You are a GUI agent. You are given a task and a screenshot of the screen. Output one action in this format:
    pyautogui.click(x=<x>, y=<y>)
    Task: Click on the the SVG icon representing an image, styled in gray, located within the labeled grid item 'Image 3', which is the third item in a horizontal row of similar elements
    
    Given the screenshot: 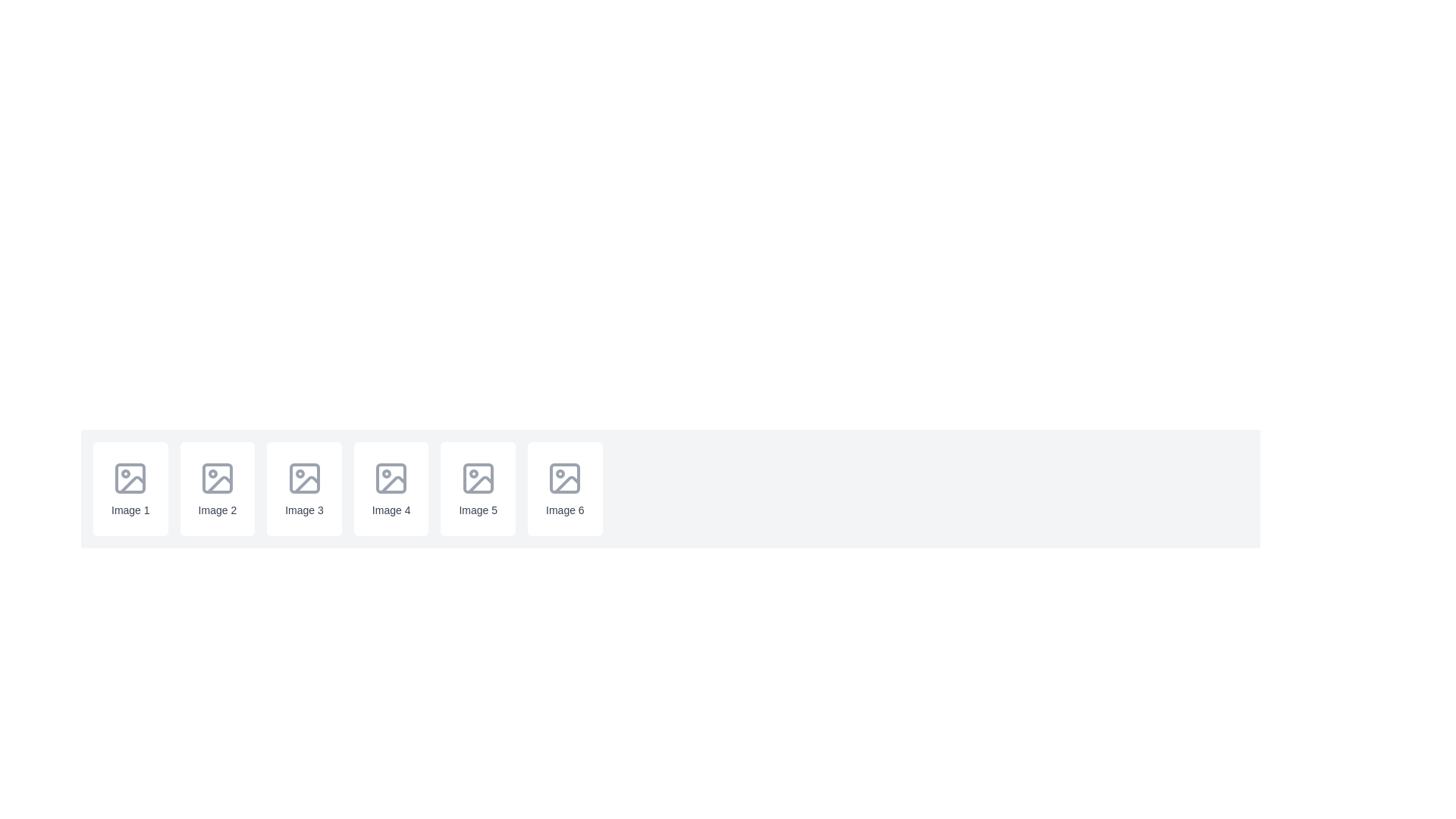 What is the action you would take?
    pyautogui.click(x=303, y=479)
    